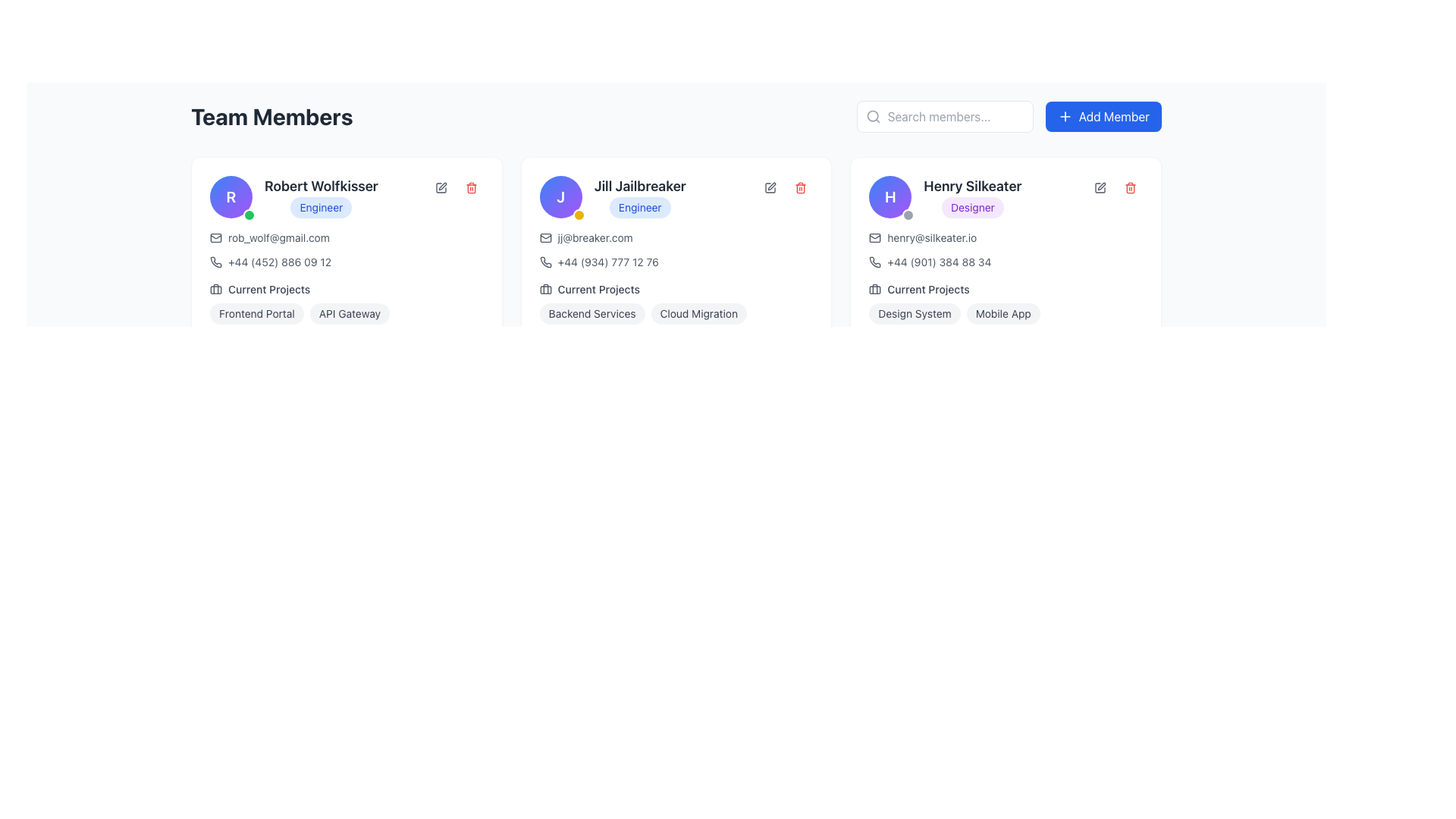  What do you see at coordinates (346, 237) in the screenshot?
I see `the email address 'rob_wolf@gmail.com' displayed in the contact card of 'Robert Wolfkisser' to compose an email` at bounding box center [346, 237].